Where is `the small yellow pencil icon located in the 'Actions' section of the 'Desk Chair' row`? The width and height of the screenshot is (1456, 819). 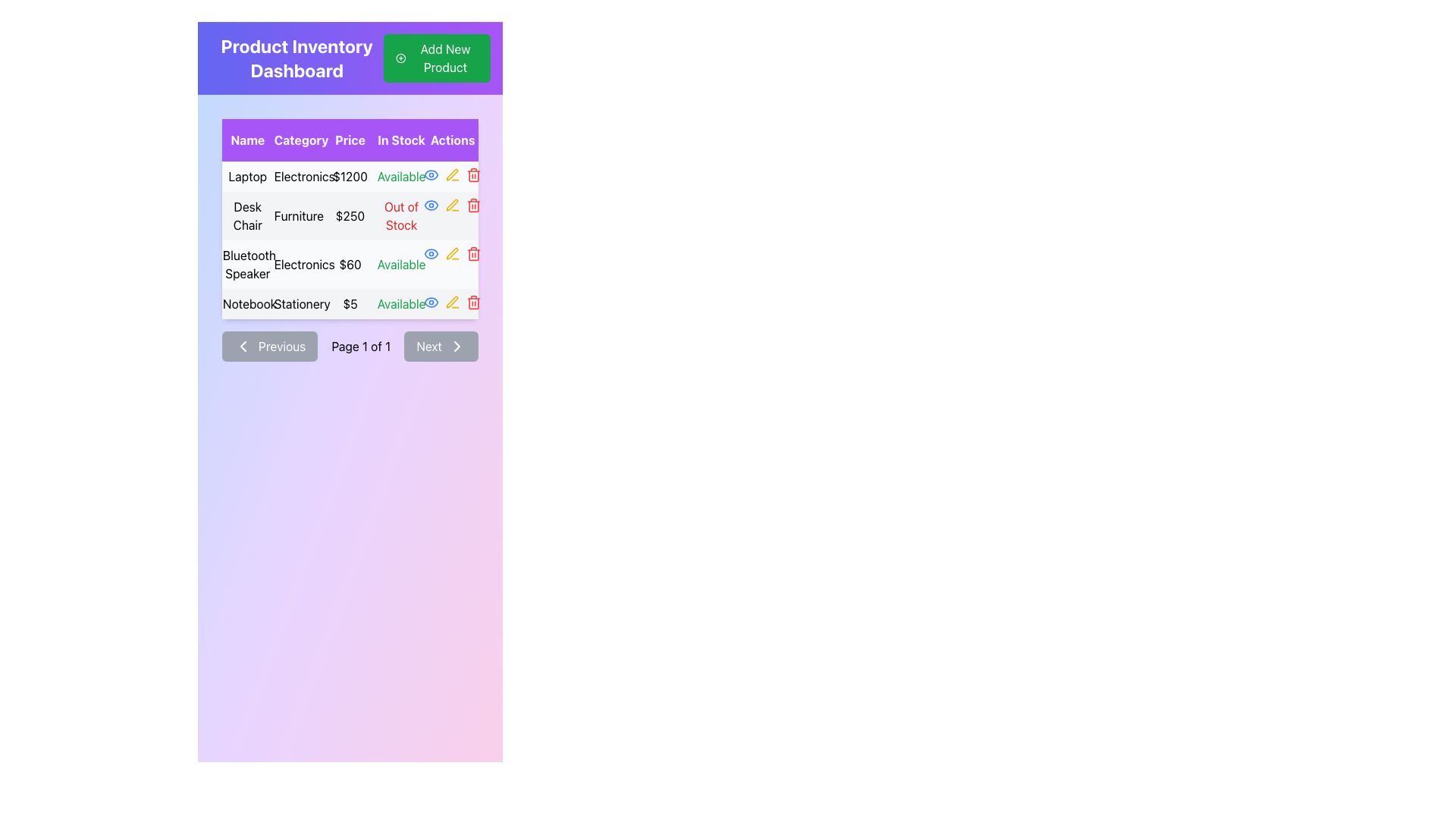
the small yellow pencil icon located in the 'Actions' section of the 'Desk Chair' row is located at coordinates (452, 205).